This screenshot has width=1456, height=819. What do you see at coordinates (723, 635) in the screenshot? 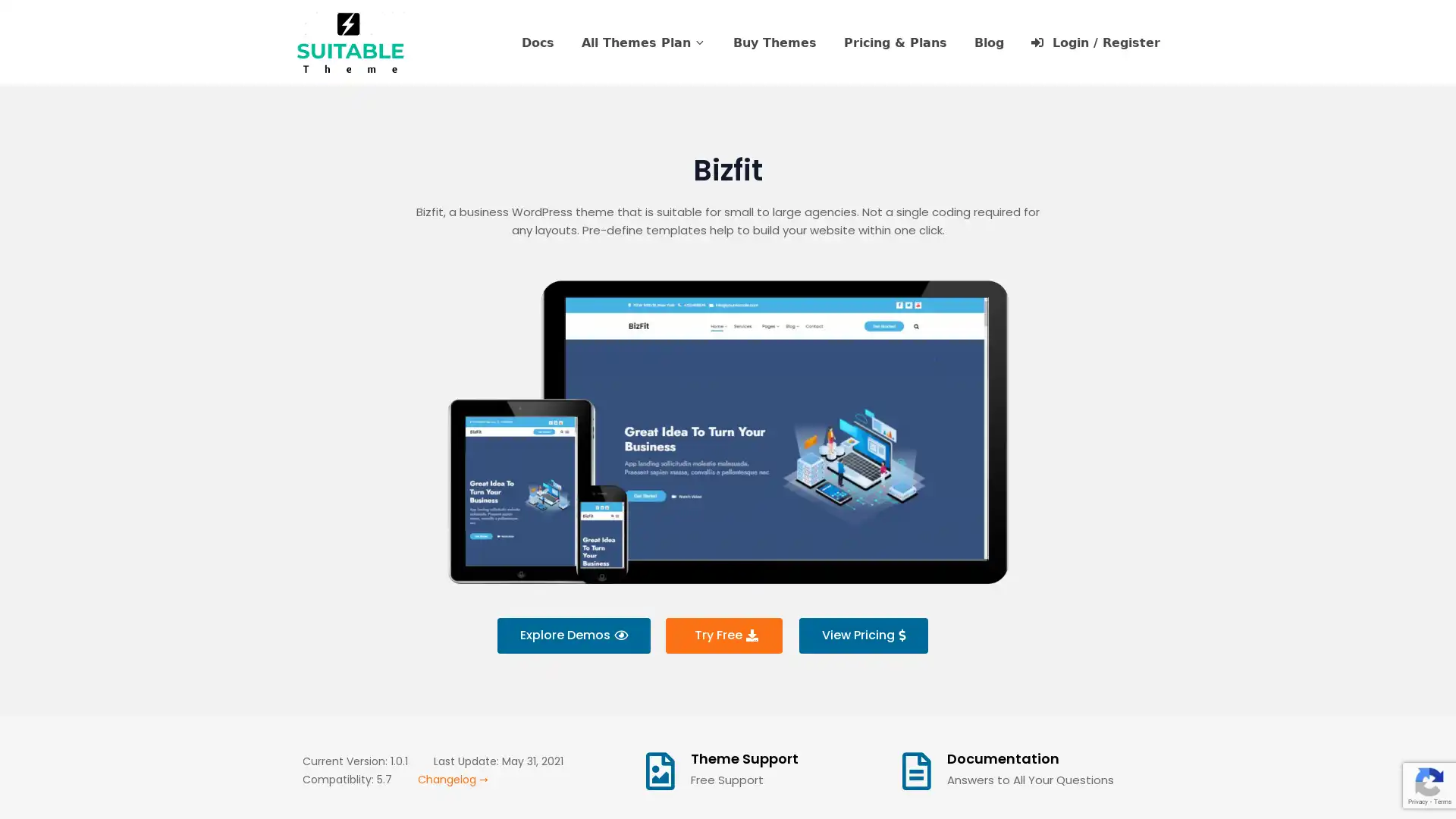
I see `Try Free` at bounding box center [723, 635].